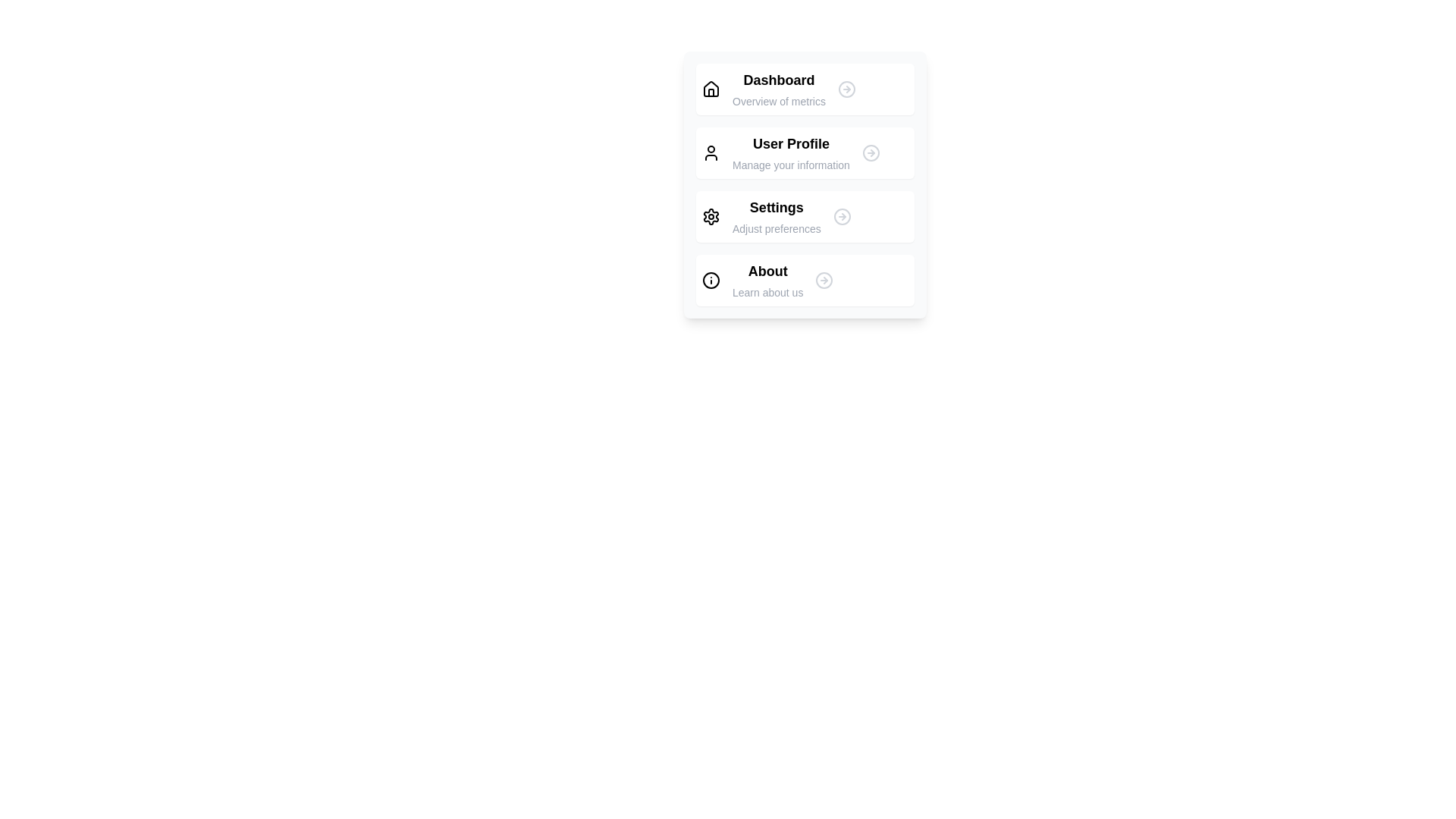 The image size is (1456, 819). I want to click on the 'Arrow in a Circle' icon located at the far right of the 'Dashboard' menu option to indicate navigation or progression, so click(846, 89).